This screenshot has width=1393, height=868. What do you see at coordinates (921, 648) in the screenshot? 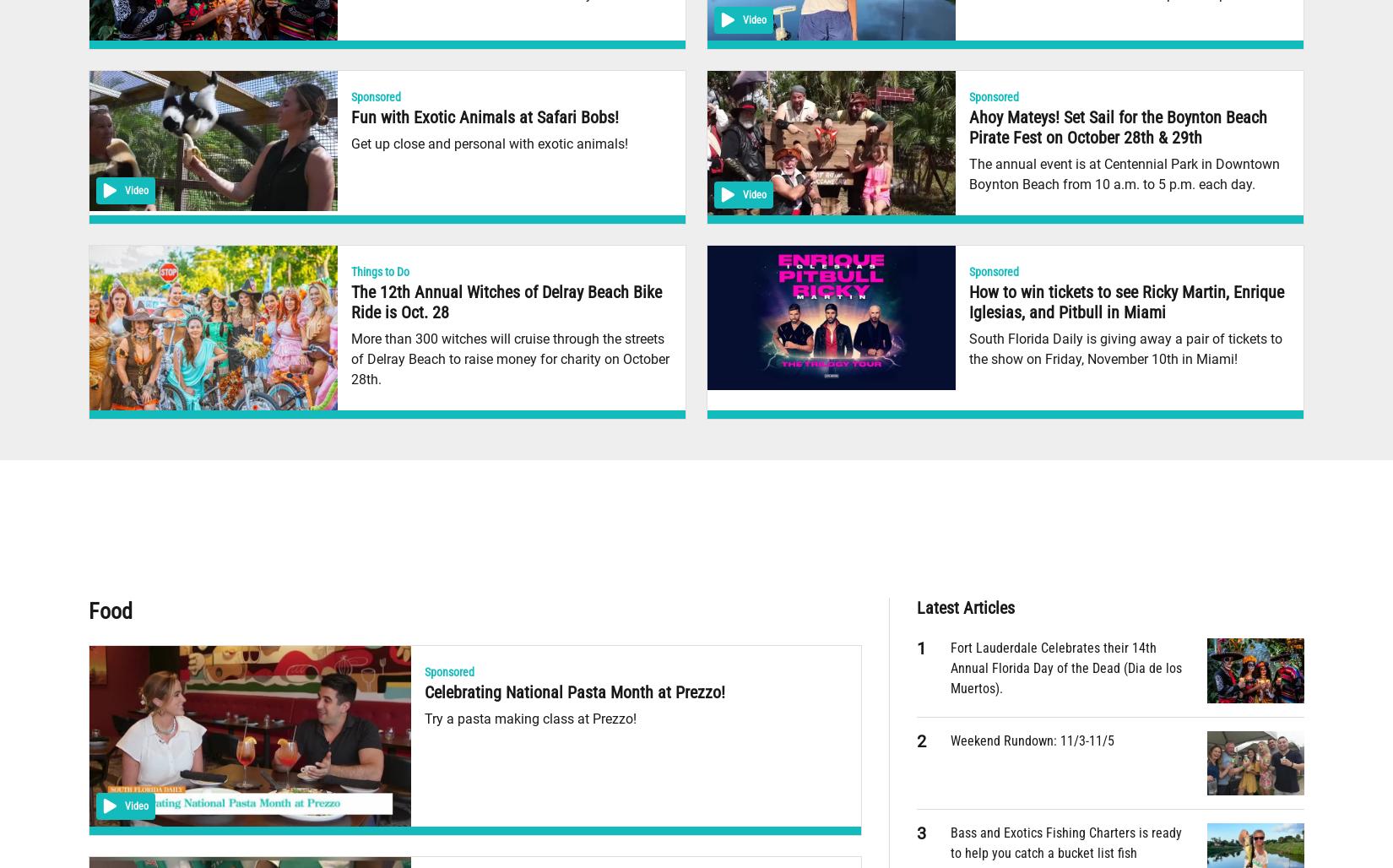
I see `'1'` at bounding box center [921, 648].